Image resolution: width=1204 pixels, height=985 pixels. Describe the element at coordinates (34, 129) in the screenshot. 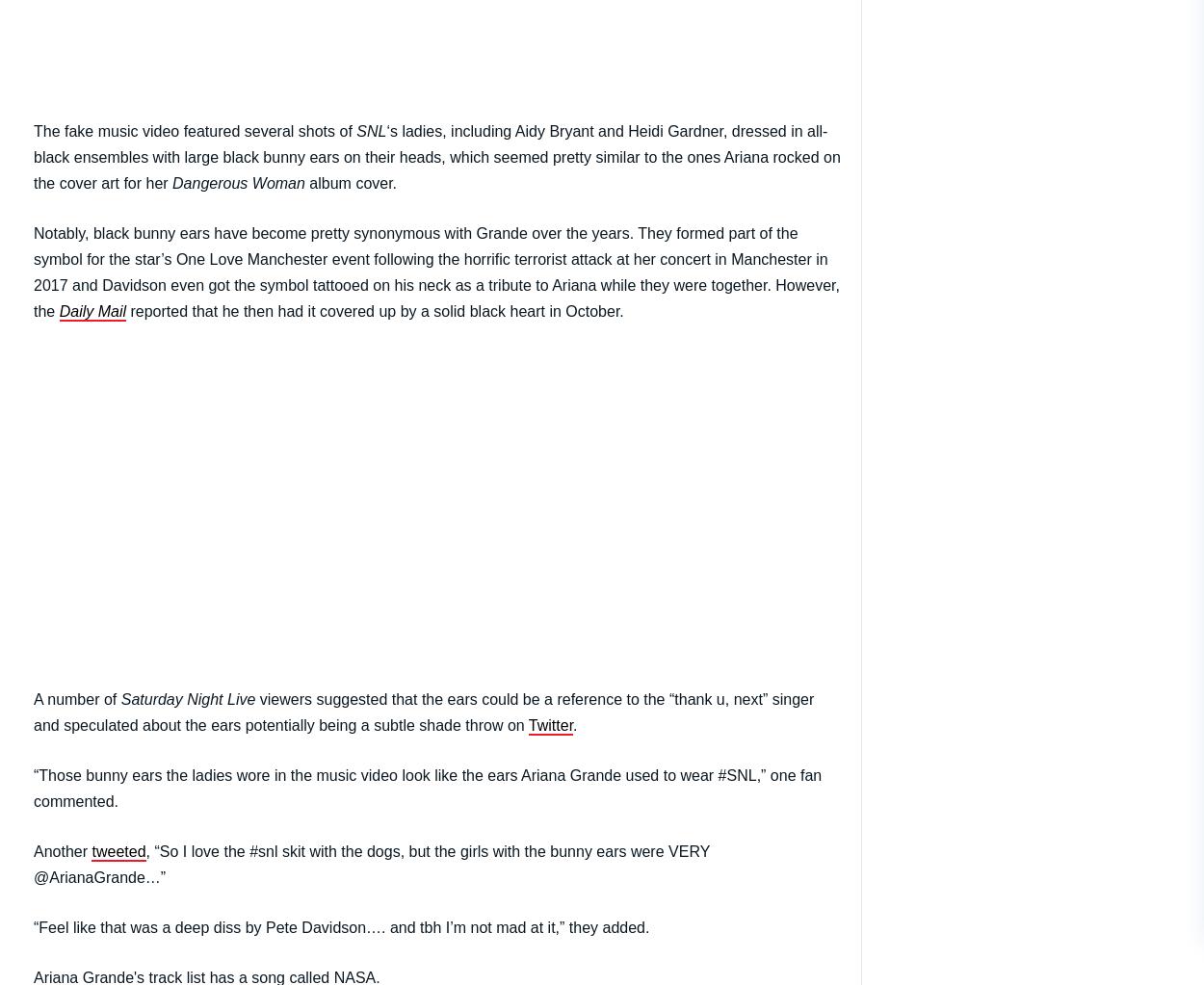

I see `'The fake music video featured several shots of'` at that location.